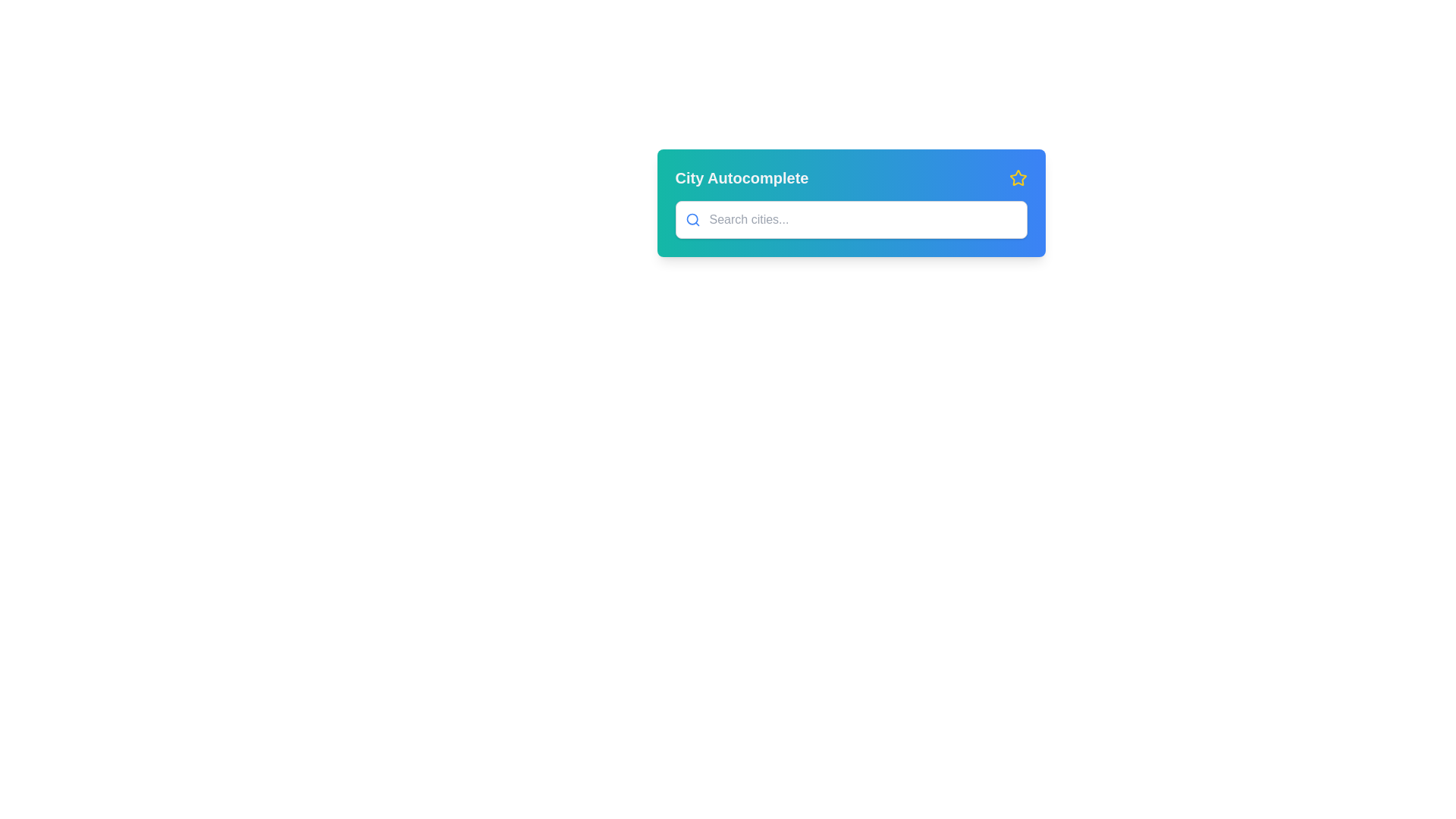 The width and height of the screenshot is (1456, 819). I want to click on the blue magnifying glass icon, so click(692, 219).